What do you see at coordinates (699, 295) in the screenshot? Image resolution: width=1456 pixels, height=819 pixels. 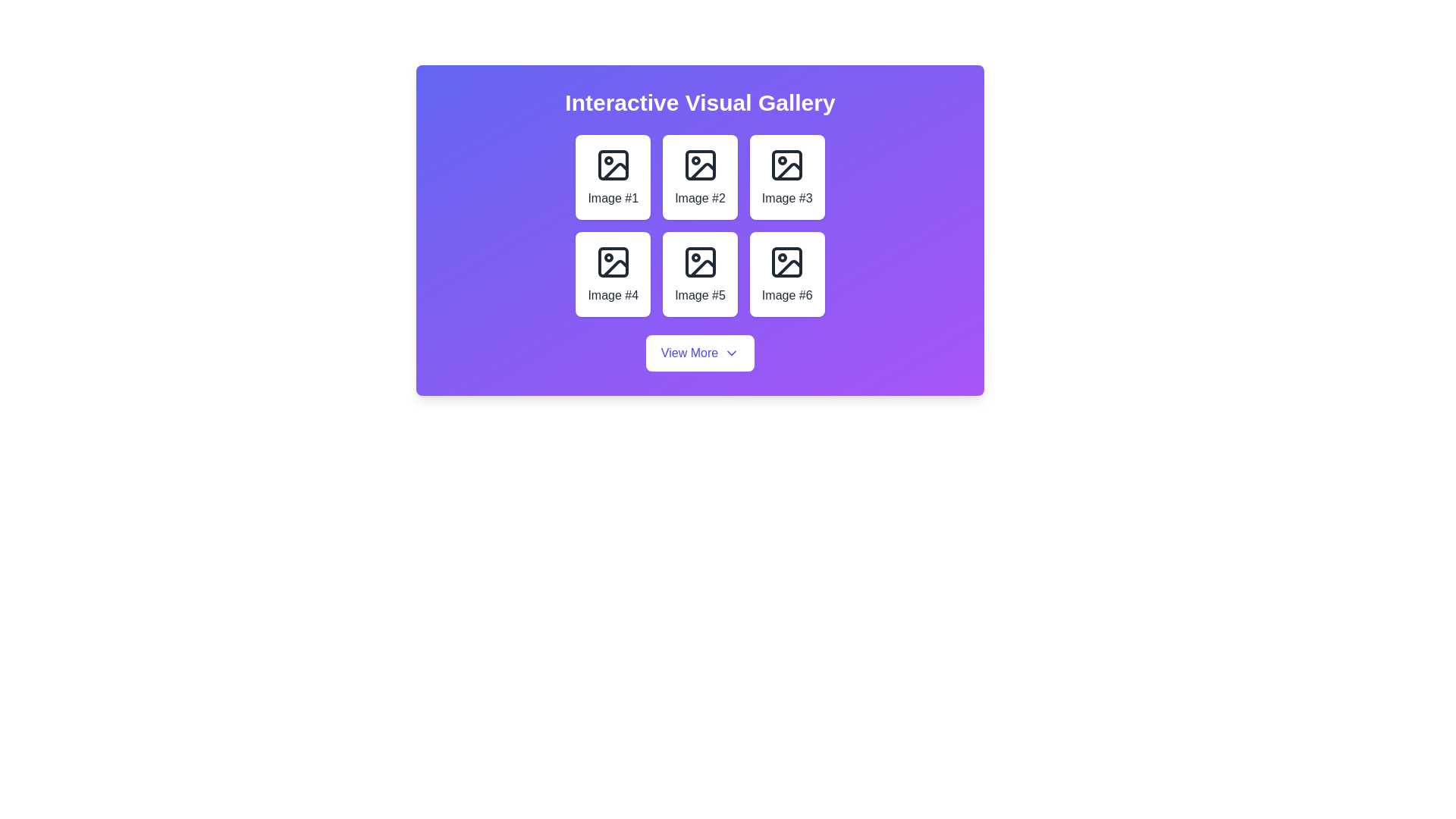 I see `text label that displays 'Image #5', which is styled with medium font weight and positioned below the image icon in the card layout` at bounding box center [699, 295].